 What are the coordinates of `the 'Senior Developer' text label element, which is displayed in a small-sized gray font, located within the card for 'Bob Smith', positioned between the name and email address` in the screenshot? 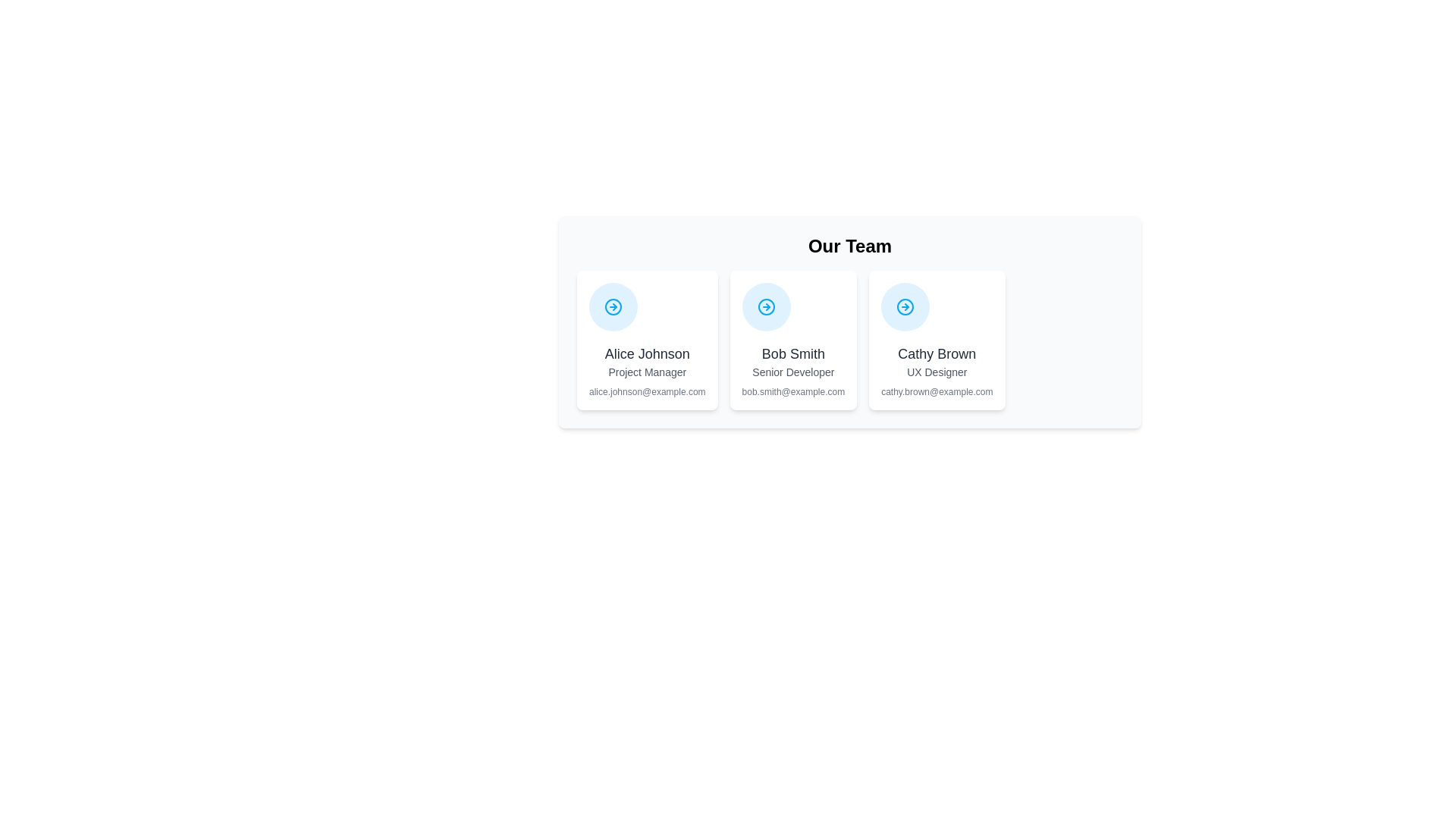 It's located at (792, 372).